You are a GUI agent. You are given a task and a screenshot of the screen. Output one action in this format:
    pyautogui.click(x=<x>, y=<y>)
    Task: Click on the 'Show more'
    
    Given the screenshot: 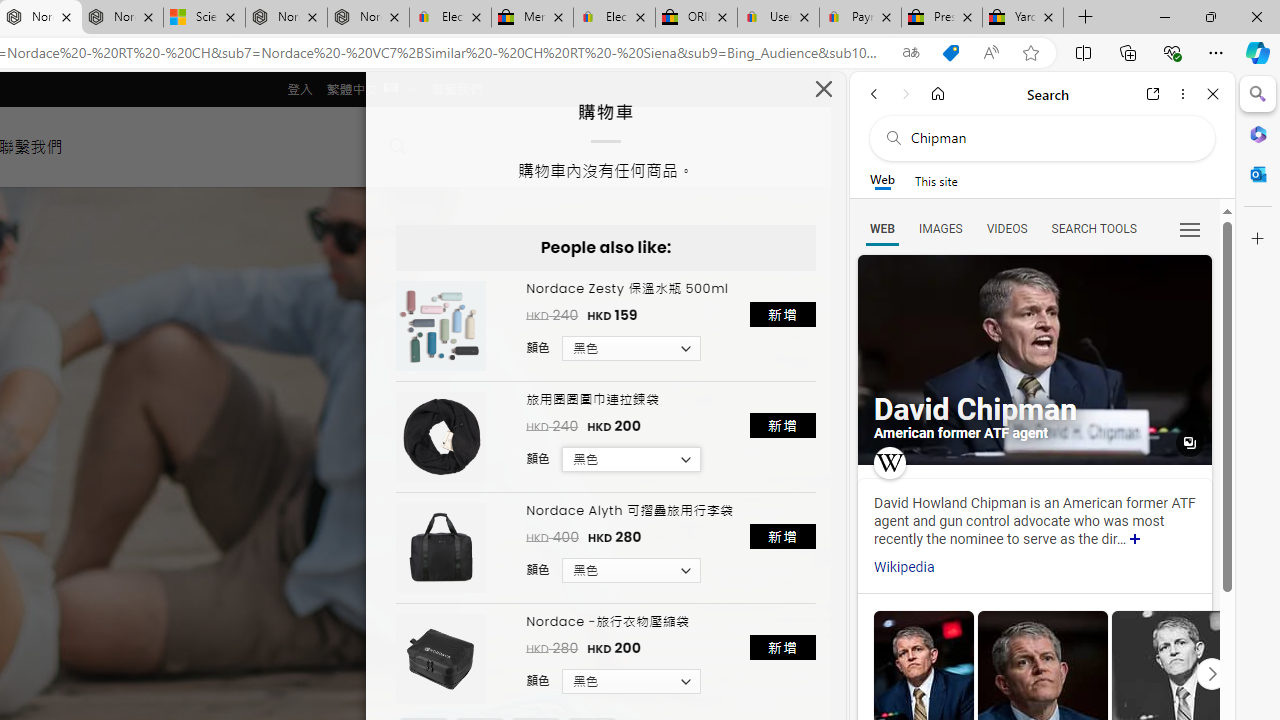 What is the action you would take?
    pyautogui.click(x=1135, y=540)
    